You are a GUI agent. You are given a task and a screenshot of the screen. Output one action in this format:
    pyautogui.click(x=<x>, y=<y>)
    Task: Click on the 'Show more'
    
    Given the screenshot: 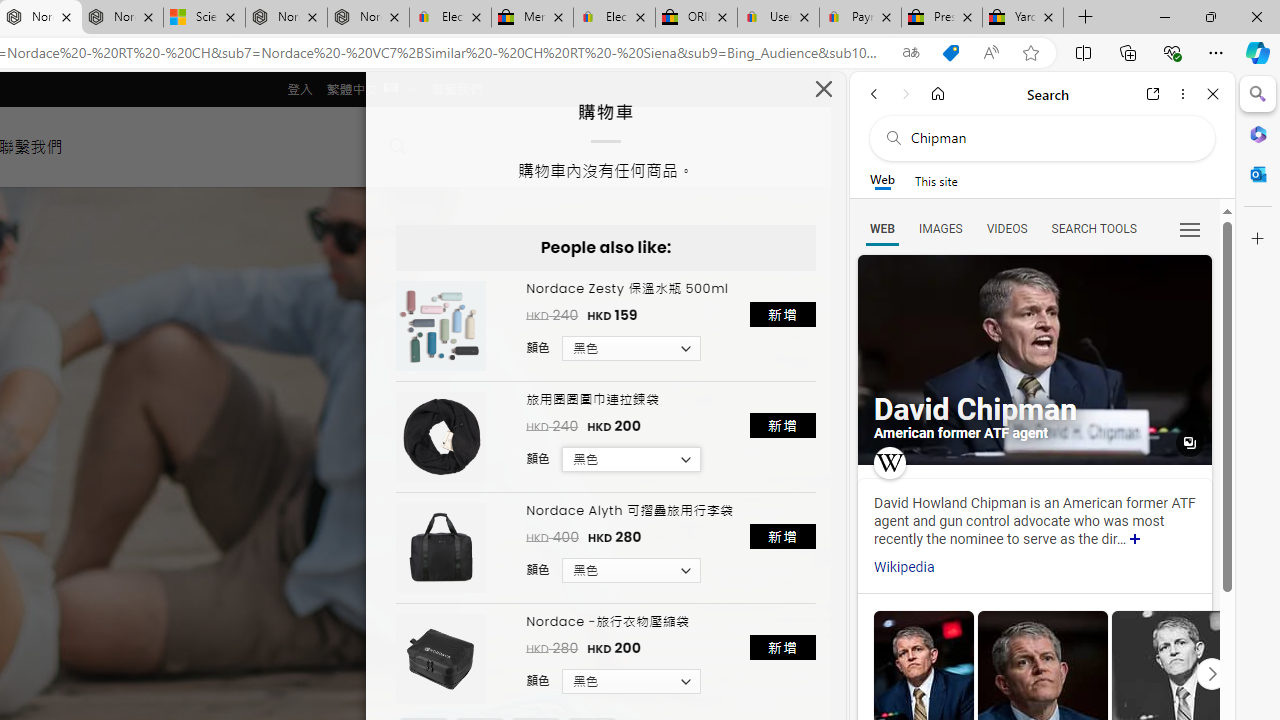 What is the action you would take?
    pyautogui.click(x=1135, y=540)
    